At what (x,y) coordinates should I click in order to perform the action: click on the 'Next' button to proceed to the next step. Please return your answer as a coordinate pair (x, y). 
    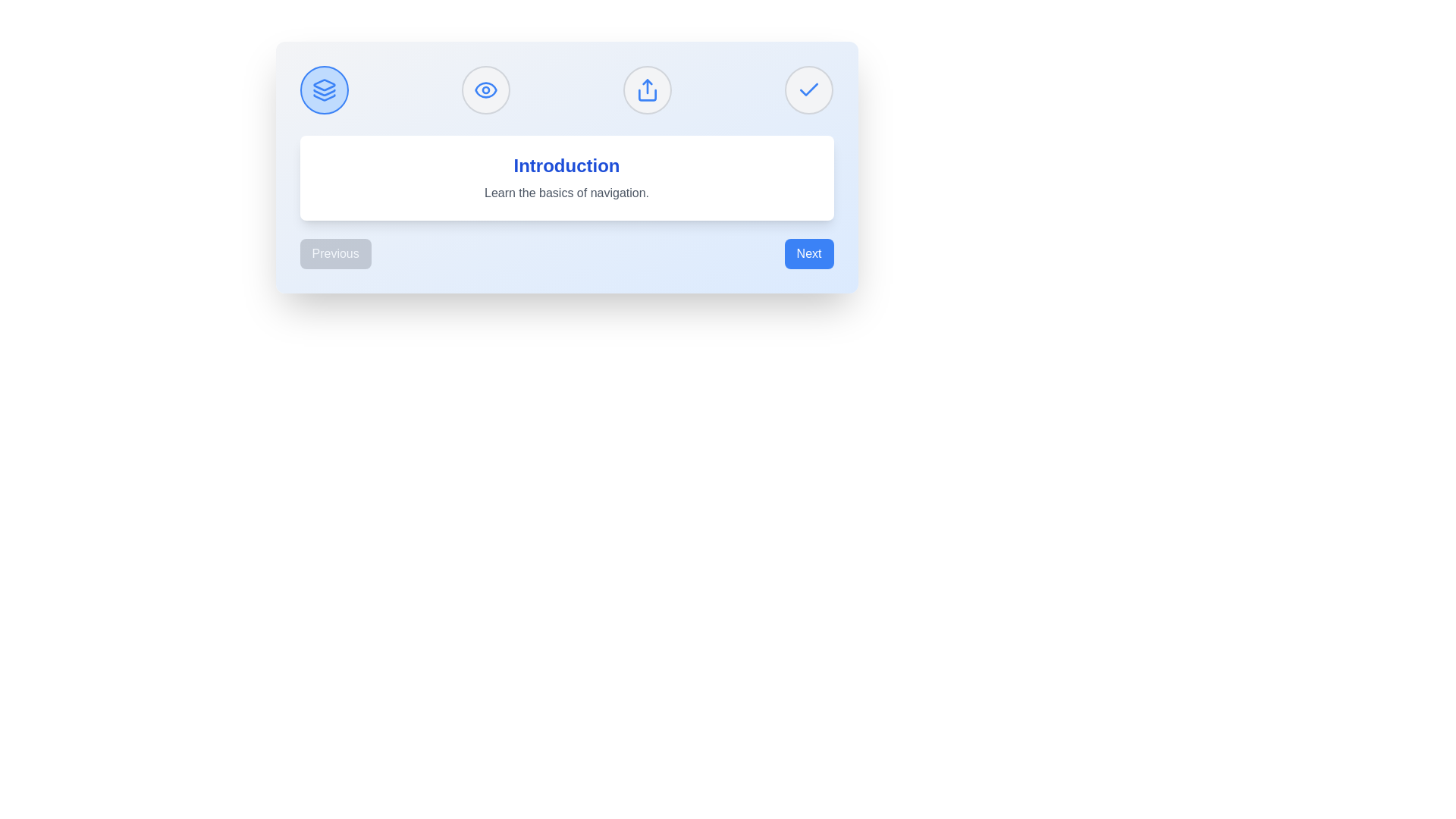
    Looking at the image, I should click on (808, 253).